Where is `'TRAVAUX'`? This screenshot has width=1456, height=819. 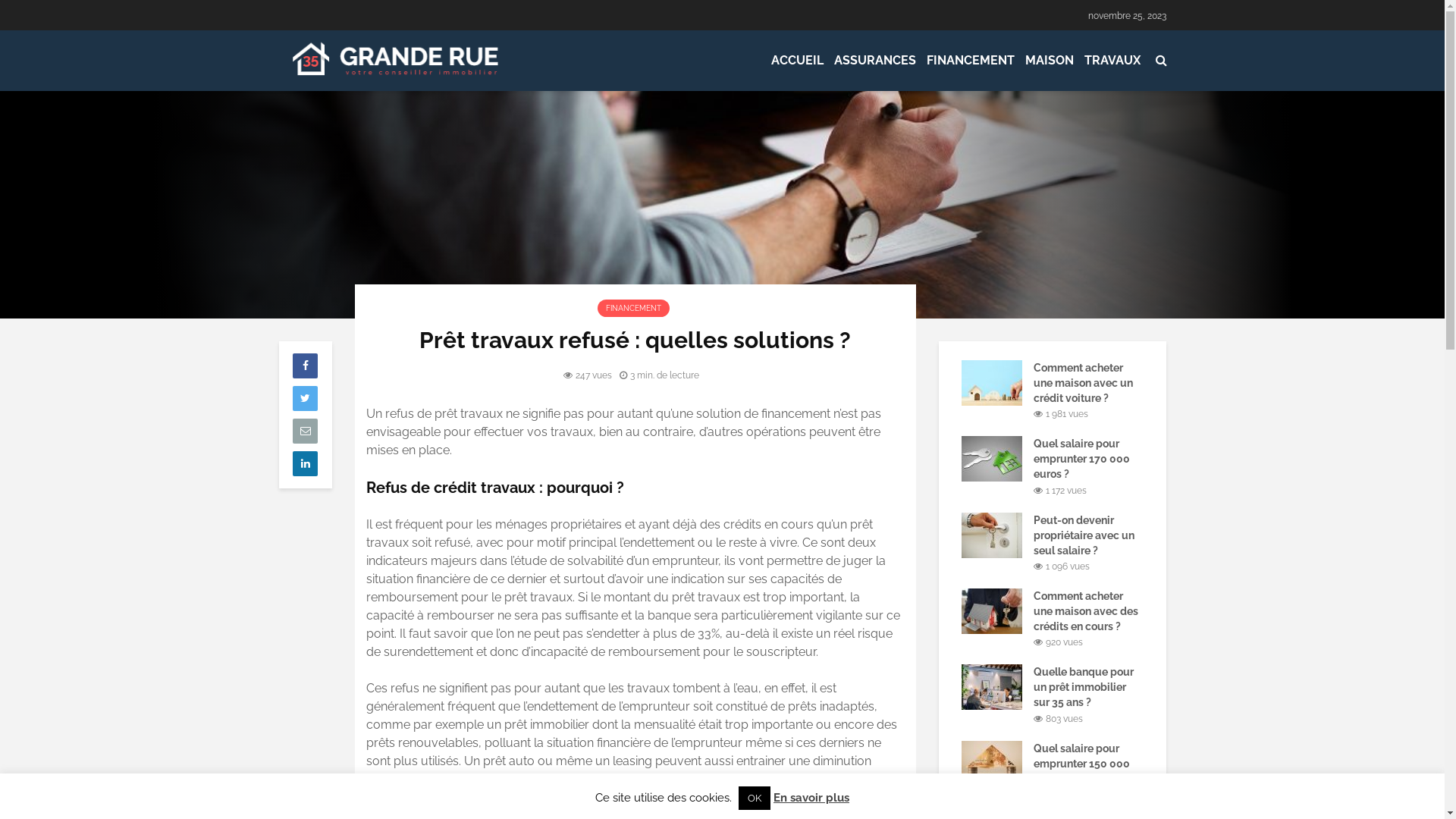 'TRAVAUX' is located at coordinates (1111, 60).